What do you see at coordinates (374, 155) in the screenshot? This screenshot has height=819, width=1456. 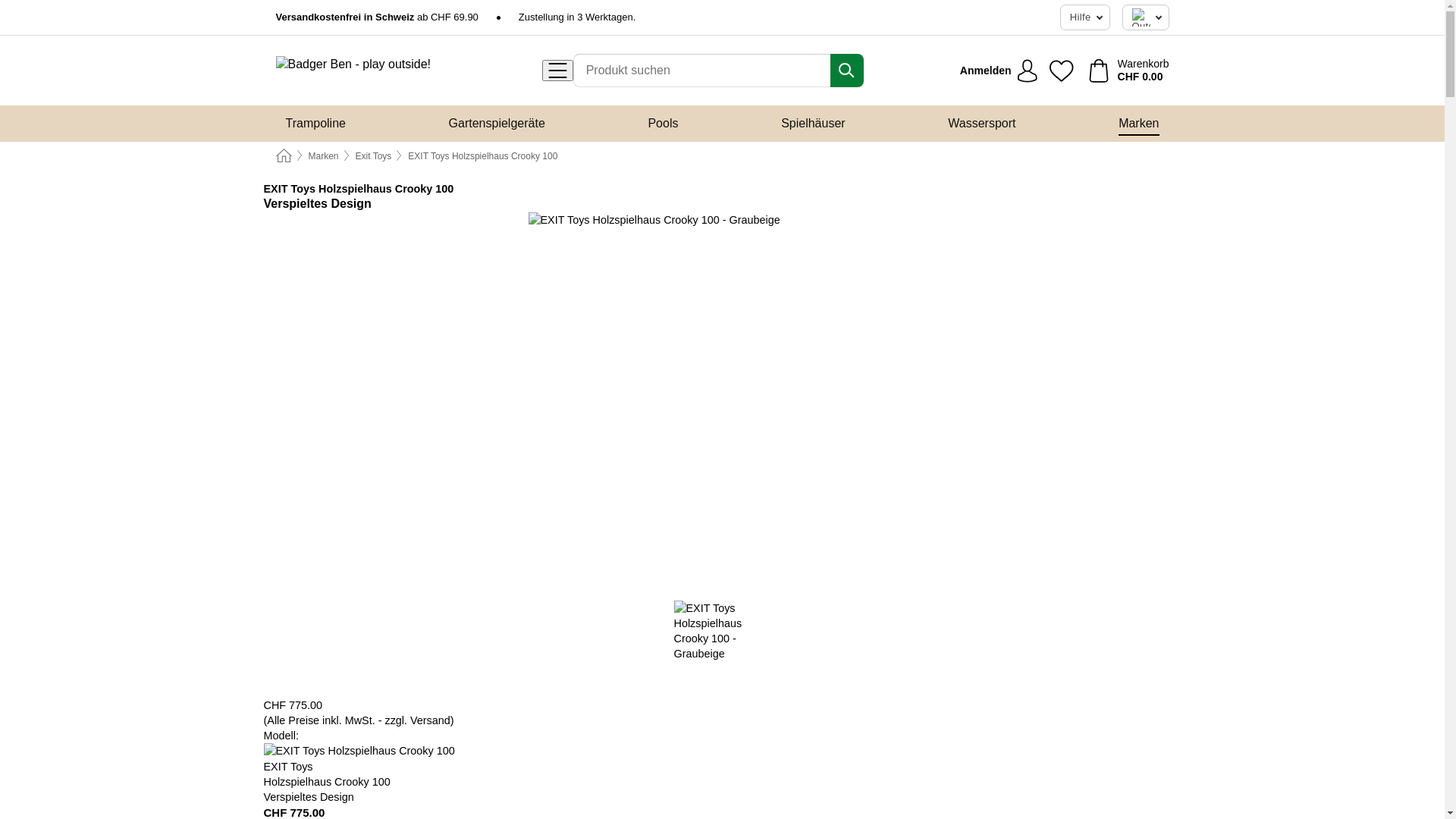 I see `'Exit Toys'` at bounding box center [374, 155].